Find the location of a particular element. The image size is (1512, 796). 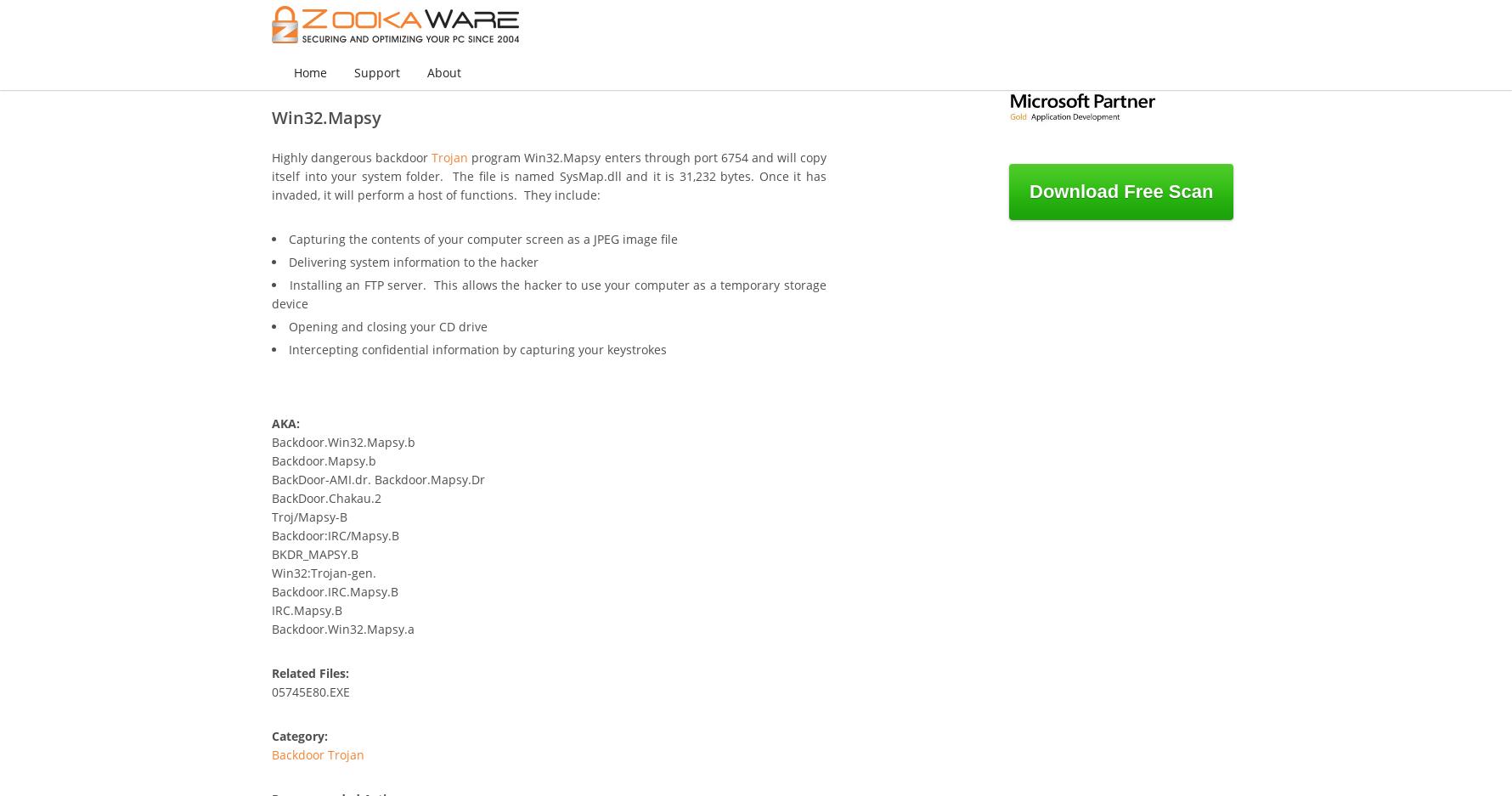

'Opening and closing your CD drive' is located at coordinates (288, 325).